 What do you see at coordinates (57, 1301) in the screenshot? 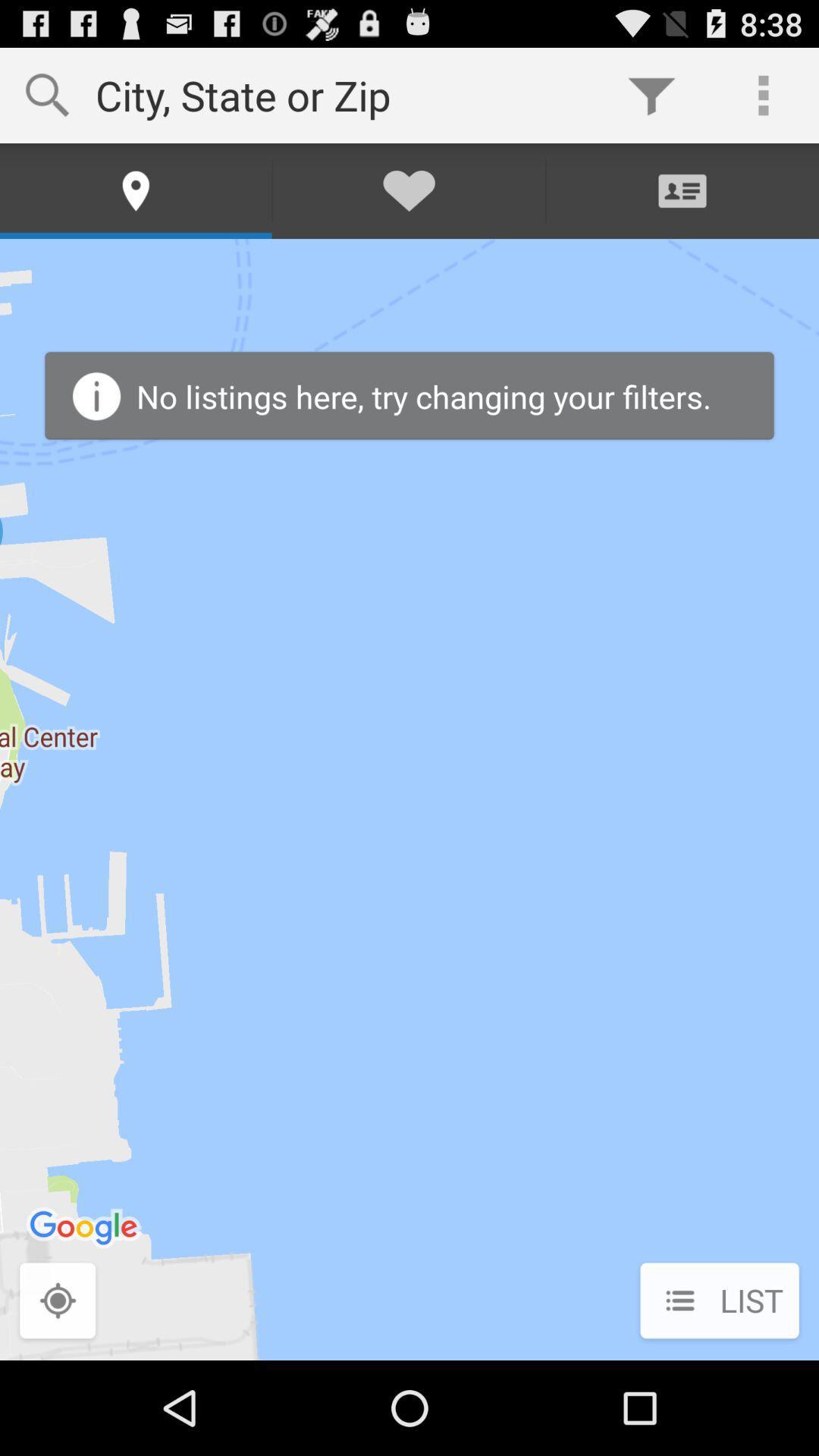
I see `the item next to list icon` at bounding box center [57, 1301].